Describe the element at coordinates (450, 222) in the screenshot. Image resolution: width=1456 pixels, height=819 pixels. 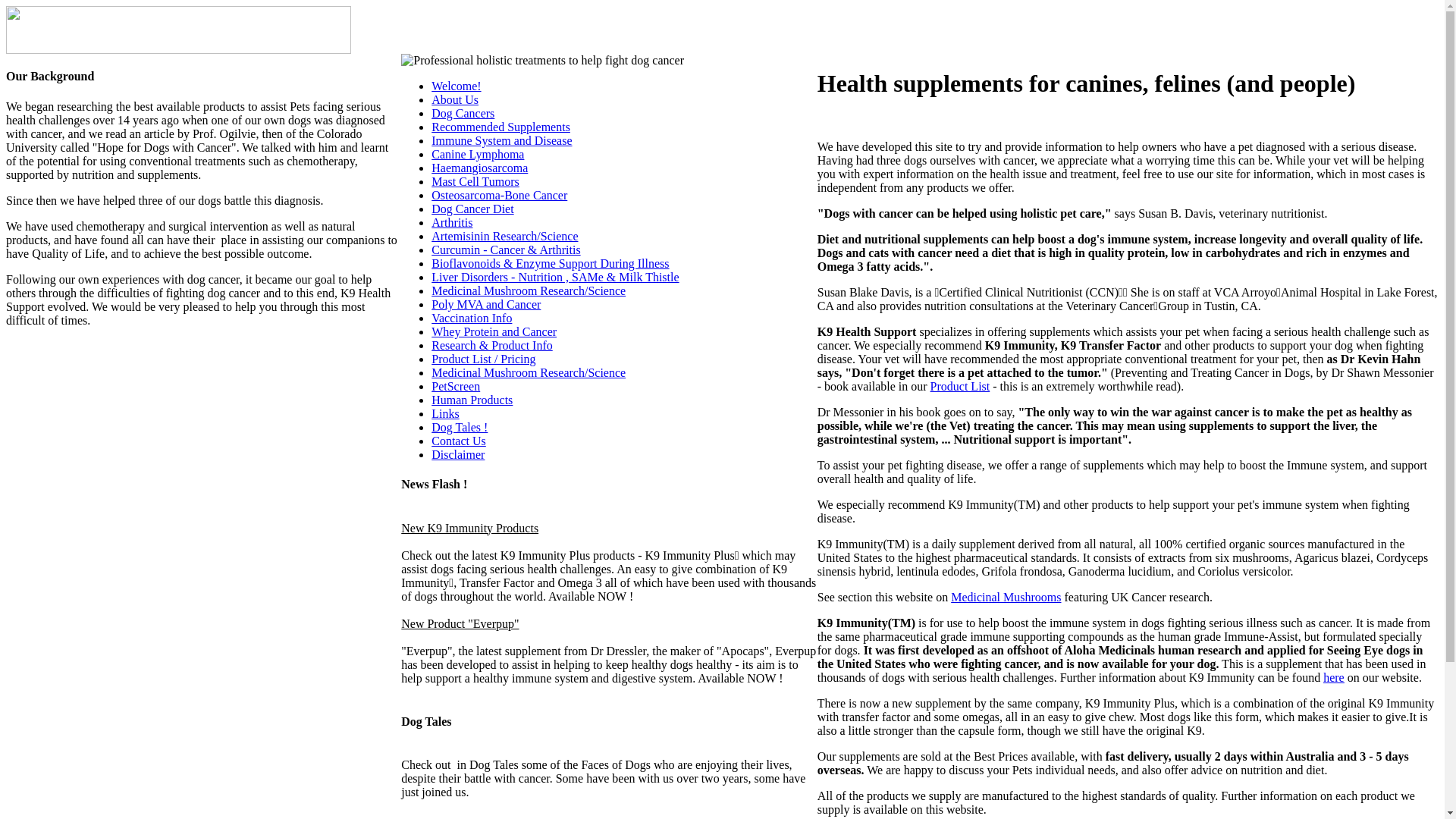
I see `'Arthritis'` at that location.